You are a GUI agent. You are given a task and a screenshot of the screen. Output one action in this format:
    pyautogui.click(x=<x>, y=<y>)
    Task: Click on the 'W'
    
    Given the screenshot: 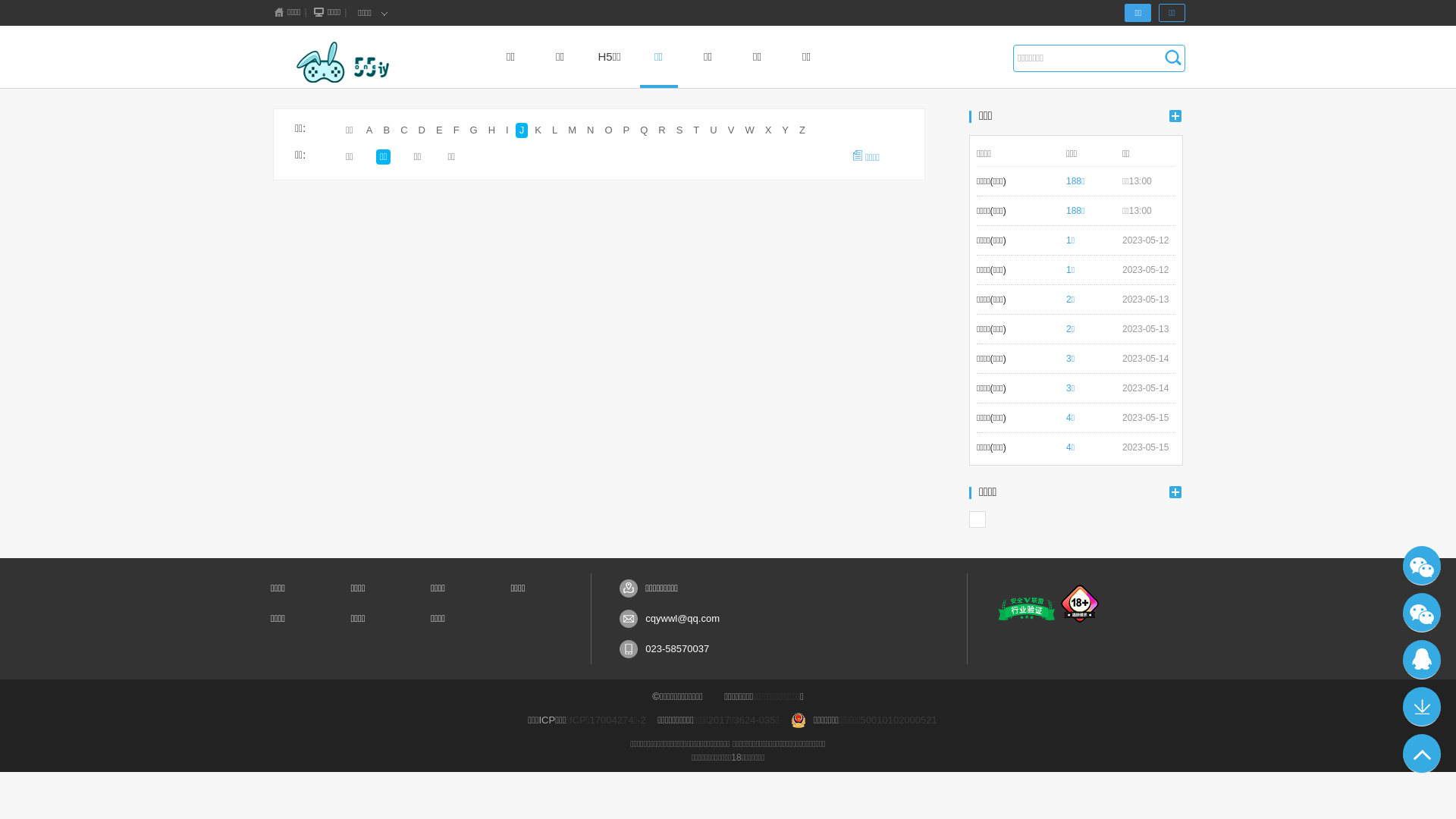 What is the action you would take?
    pyautogui.click(x=749, y=130)
    